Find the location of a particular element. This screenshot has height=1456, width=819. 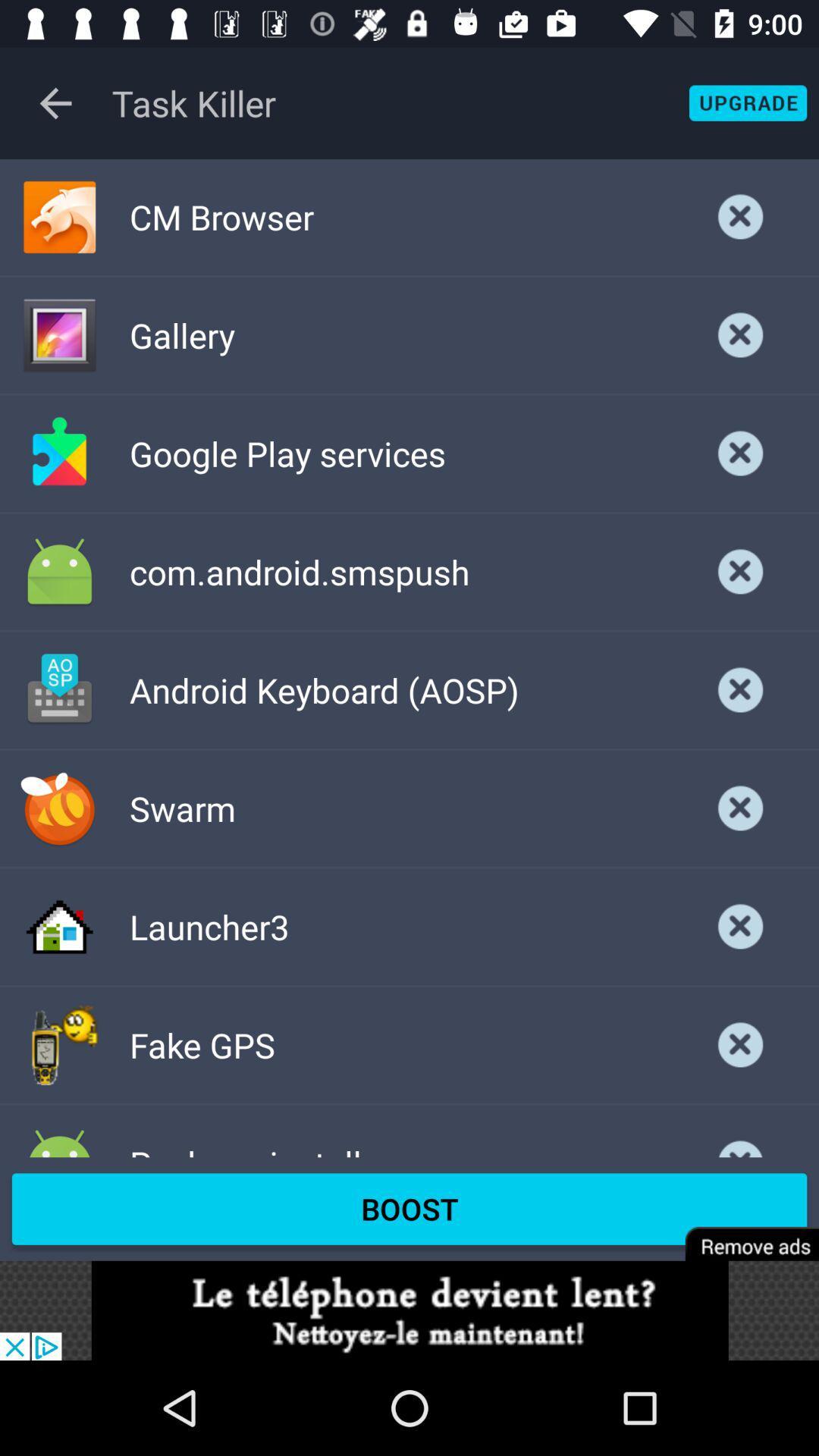

delete button is located at coordinates (740, 216).